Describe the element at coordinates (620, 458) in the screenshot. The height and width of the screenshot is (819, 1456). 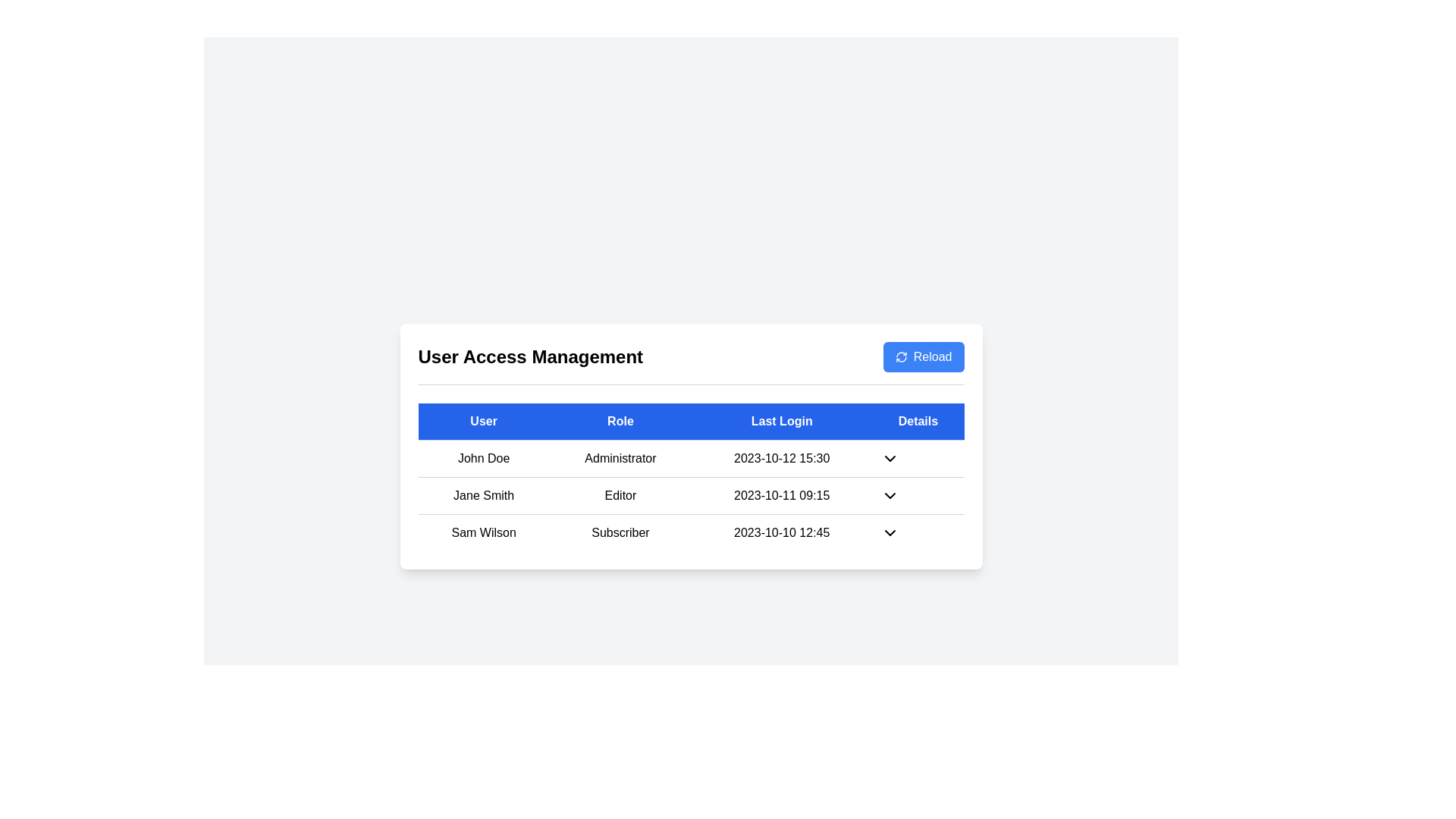
I see `text 'Administrator' located in the second cell of the row corresponding to 'John Doe' in the 'Role' column of the User Access Management table` at that location.